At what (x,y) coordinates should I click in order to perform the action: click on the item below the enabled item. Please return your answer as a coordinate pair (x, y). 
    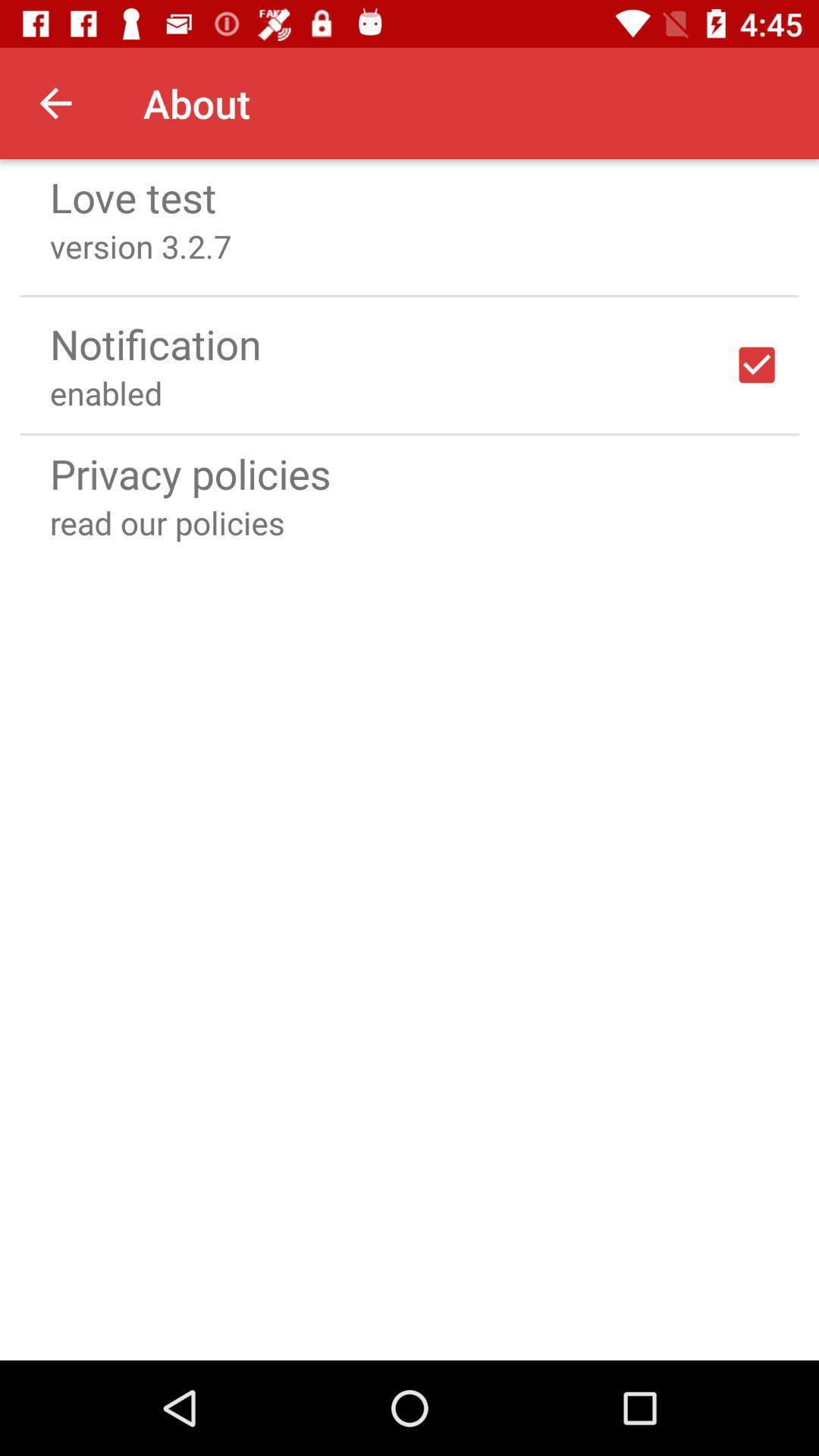
    Looking at the image, I should click on (409, 433).